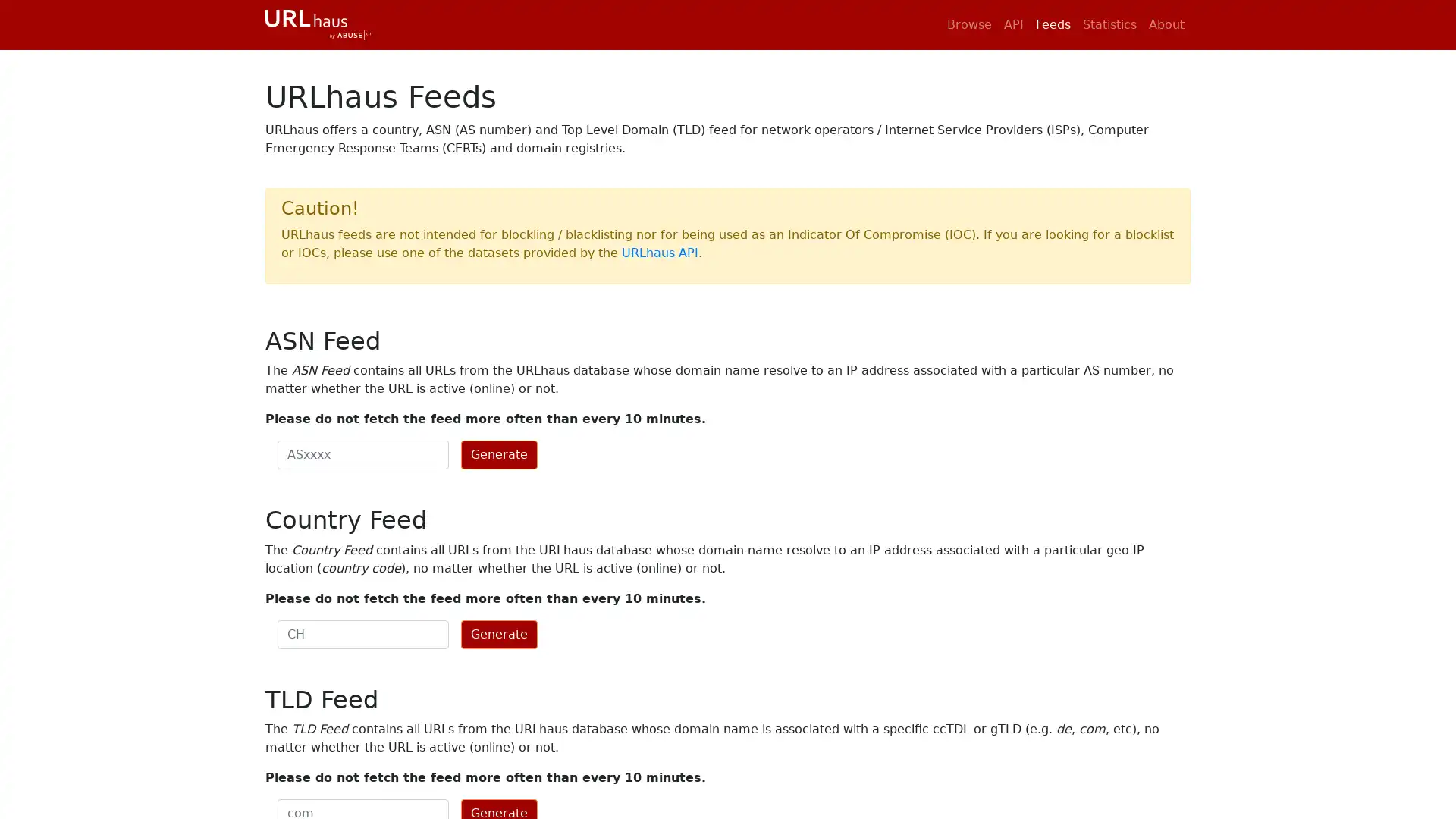 Image resolution: width=1456 pixels, height=819 pixels. Describe the element at coordinates (499, 634) in the screenshot. I see `Generate` at that location.